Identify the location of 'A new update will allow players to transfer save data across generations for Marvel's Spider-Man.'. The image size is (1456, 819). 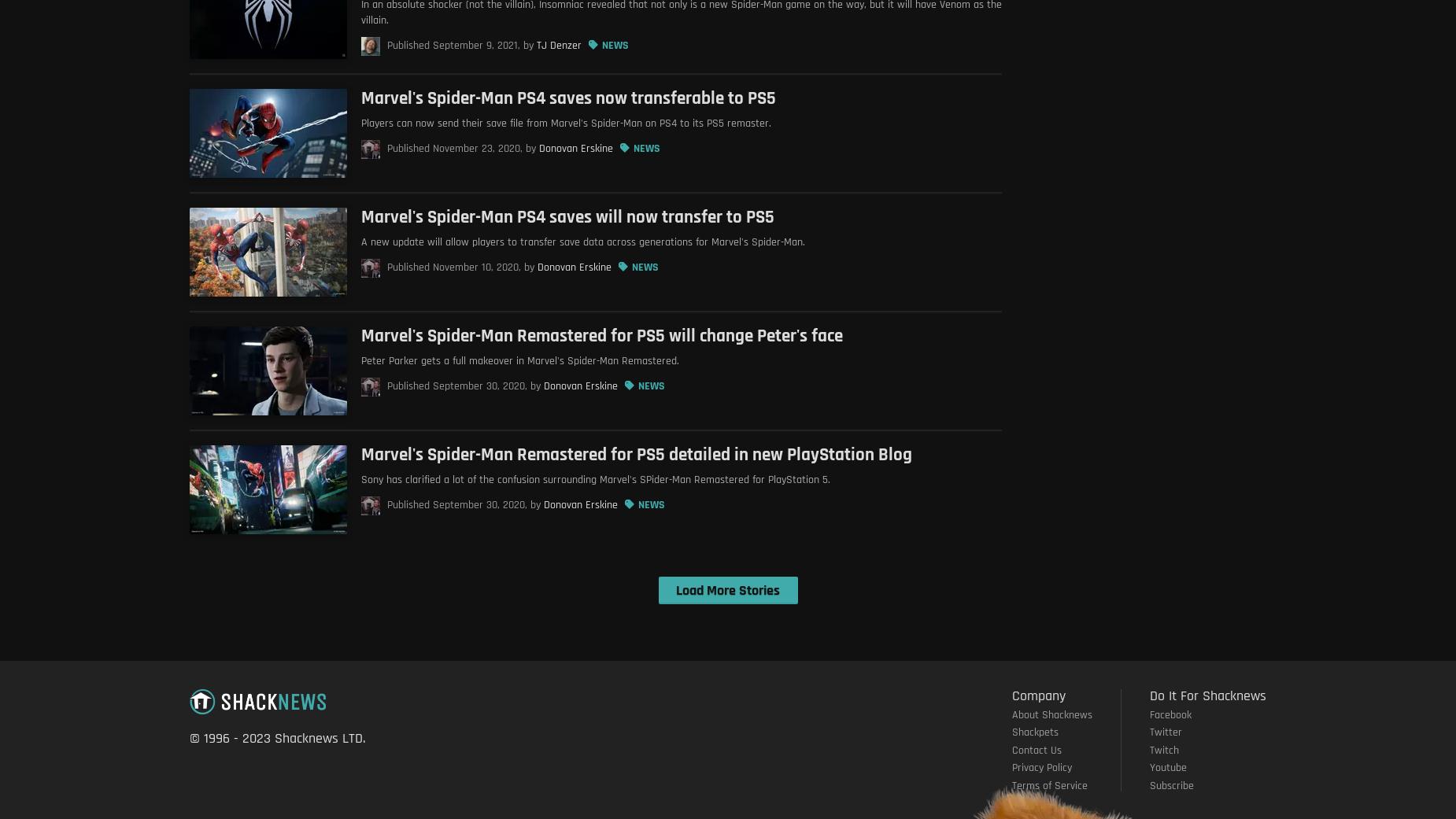
(582, 240).